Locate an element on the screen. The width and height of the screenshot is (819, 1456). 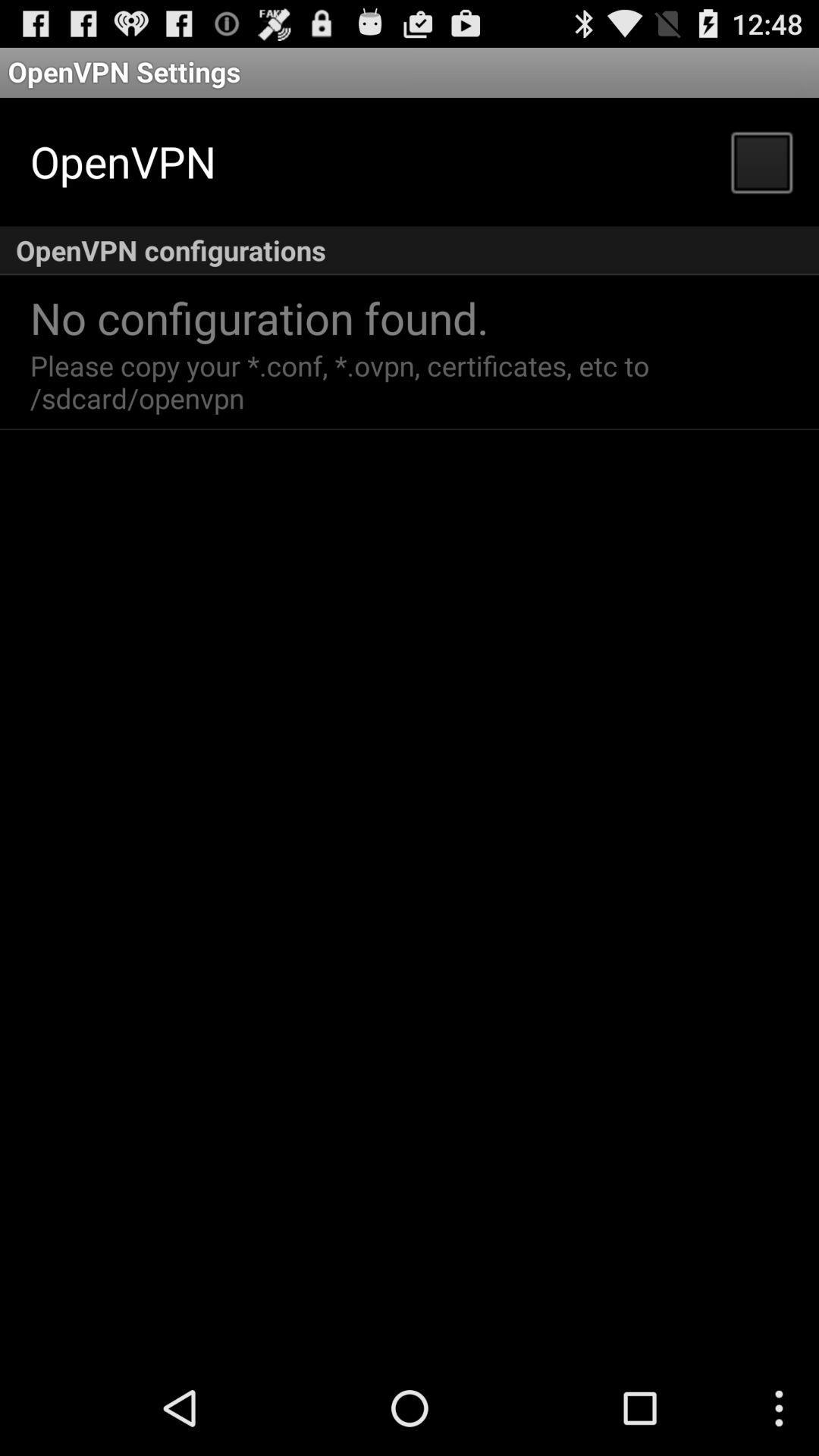
item next to openvpn item is located at coordinates (761, 161).